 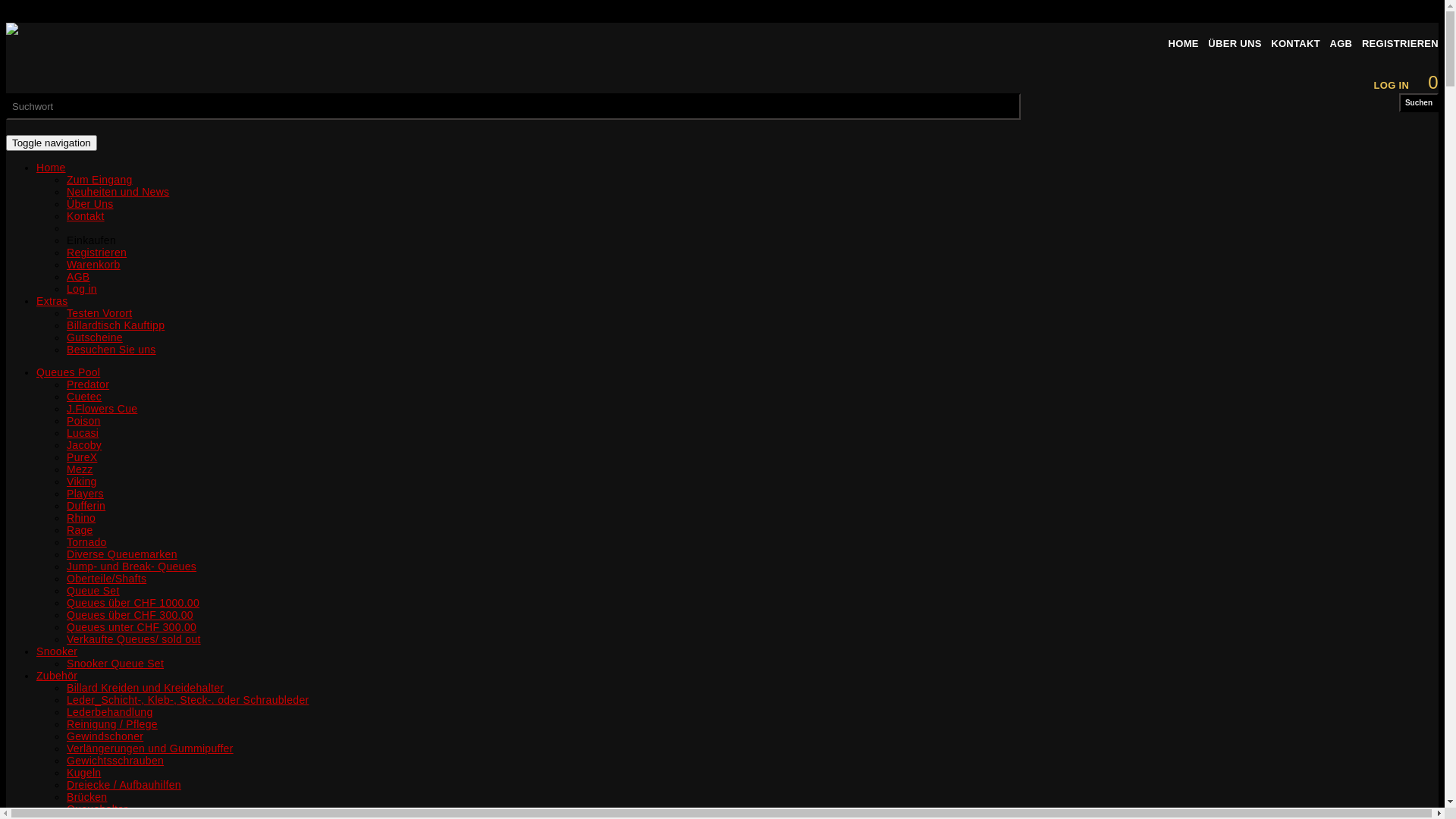 What do you see at coordinates (122, 554) in the screenshot?
I see `'Diverse Queuemarken'` at bounding box center [122, 554].